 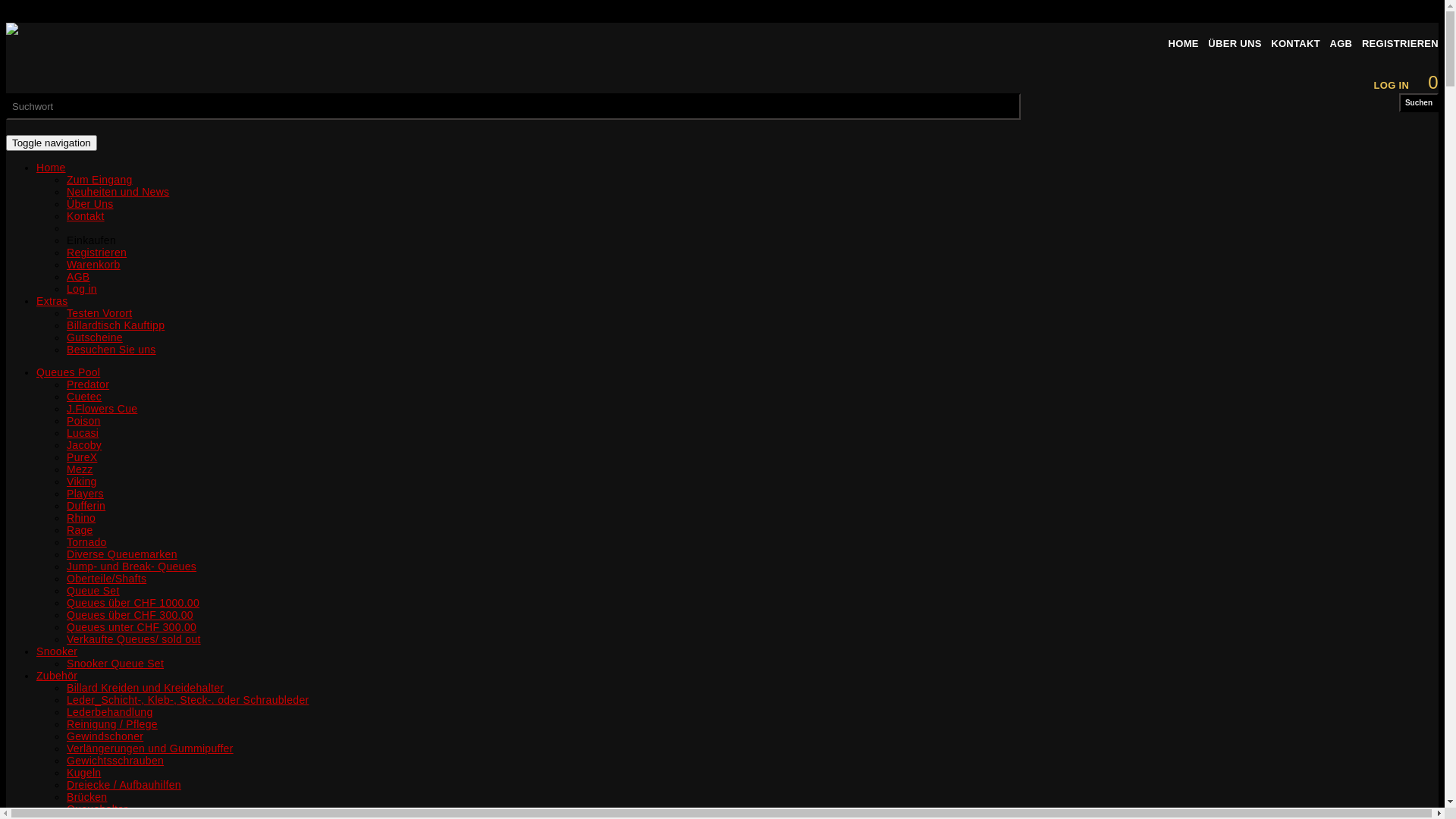 What do you see at coordinates (122, 554) in the screenshot?
I see `'Diverse Queuemarken'` at bounding box center [122, 554].